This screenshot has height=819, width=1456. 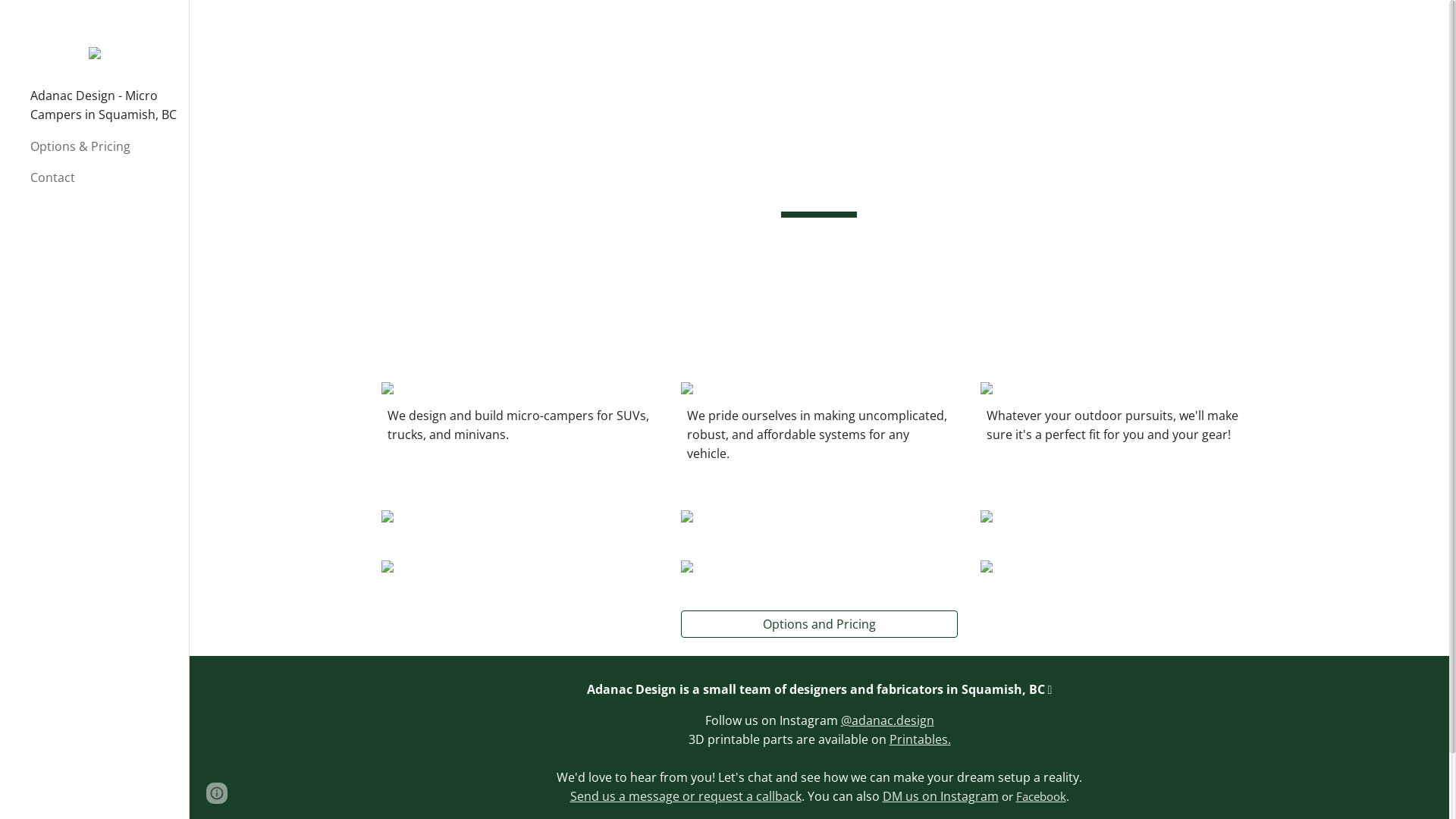 I want to click on 'Facebook', so click(x=1040, y=795).